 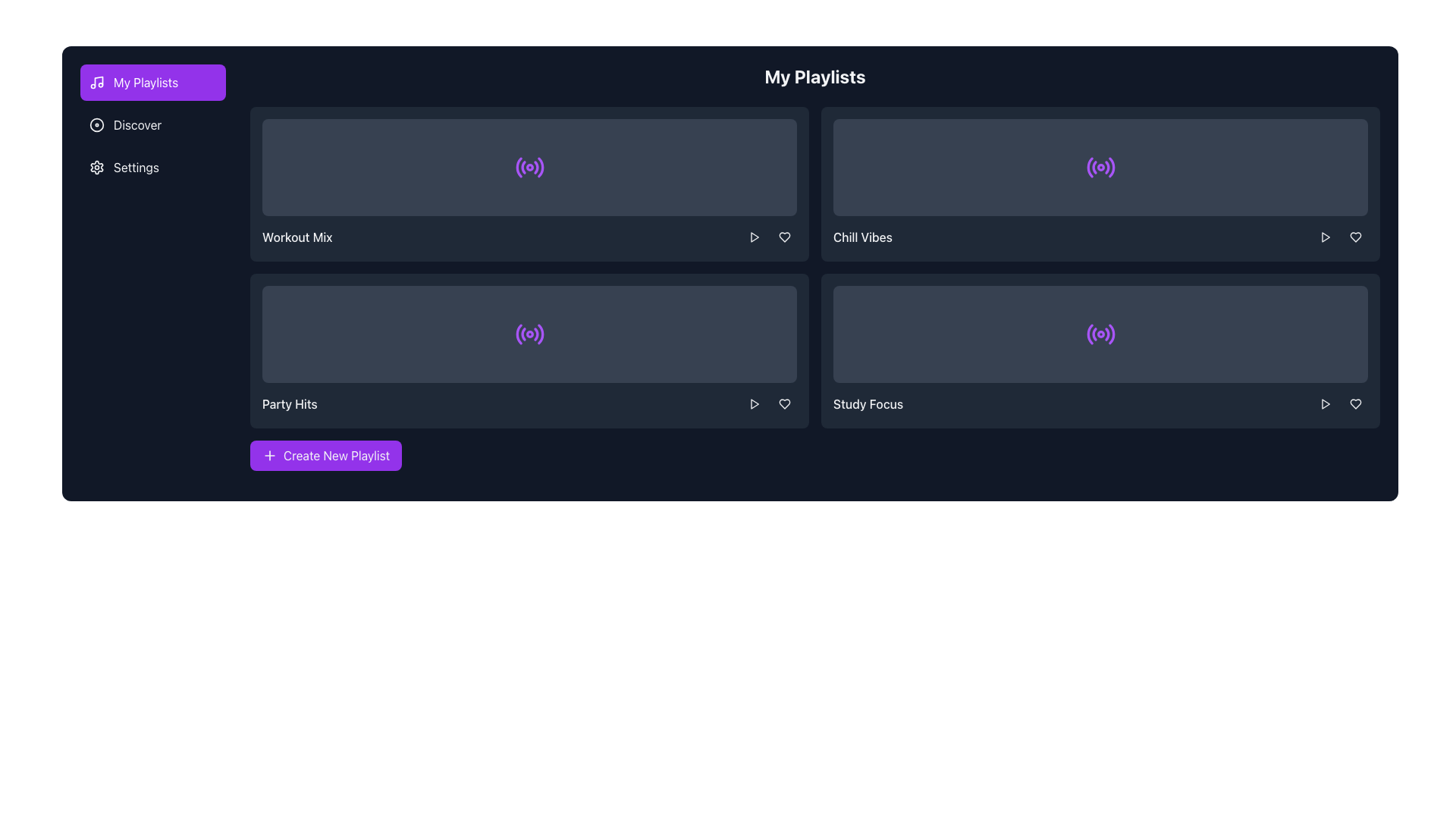 I want to click on the play icon button located in the top-right corner of the 'Workout Mix' playlist card in the 'My Playlists' section to initiate playback of the playlist, so click(x=754, y=237).